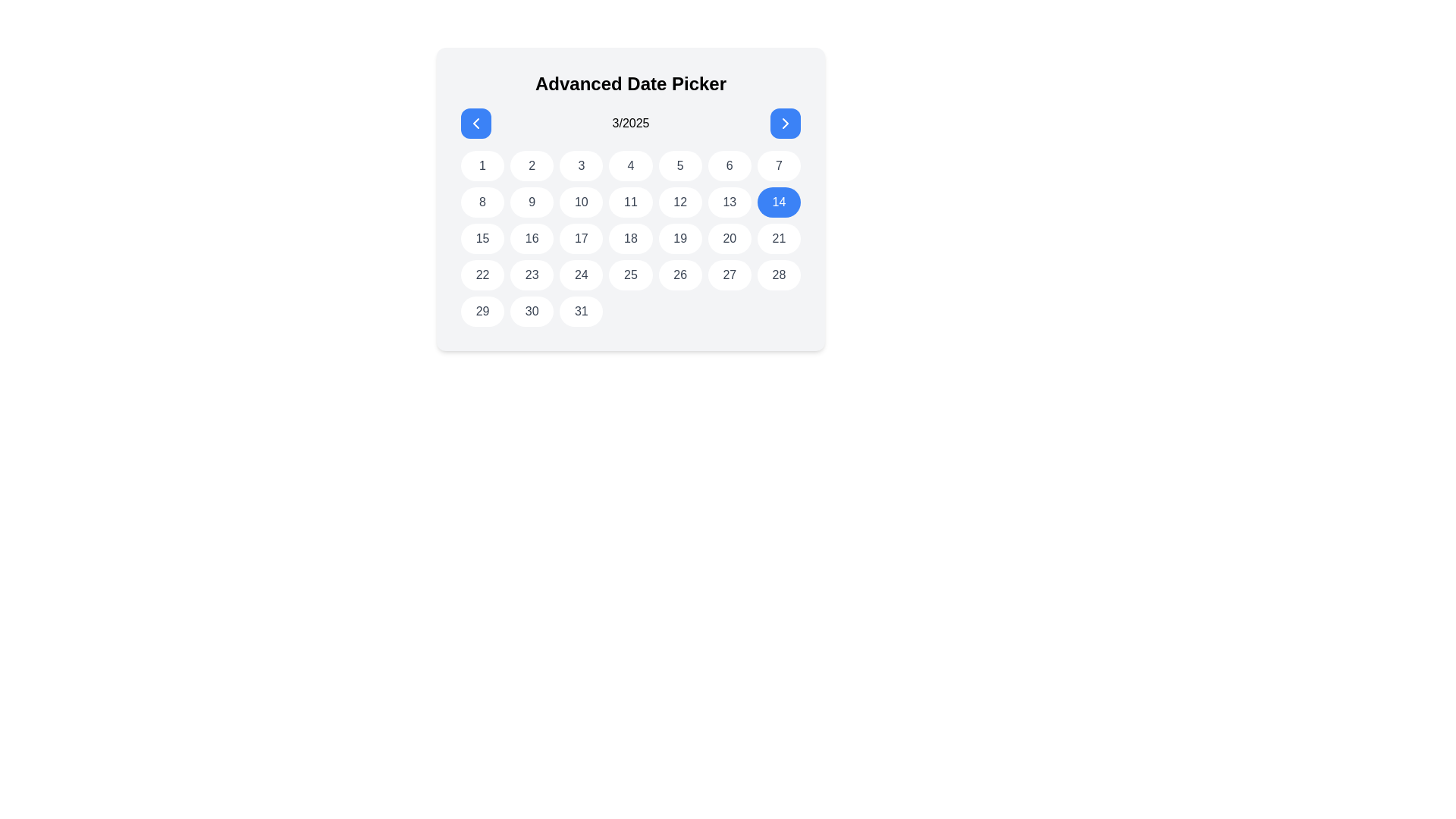 This screenshot has width=1456, height=819. Describe the element at coordinates (580, 239) in the screenshot. I see `the button displaying the number '17' in the date picker grid` at that location.